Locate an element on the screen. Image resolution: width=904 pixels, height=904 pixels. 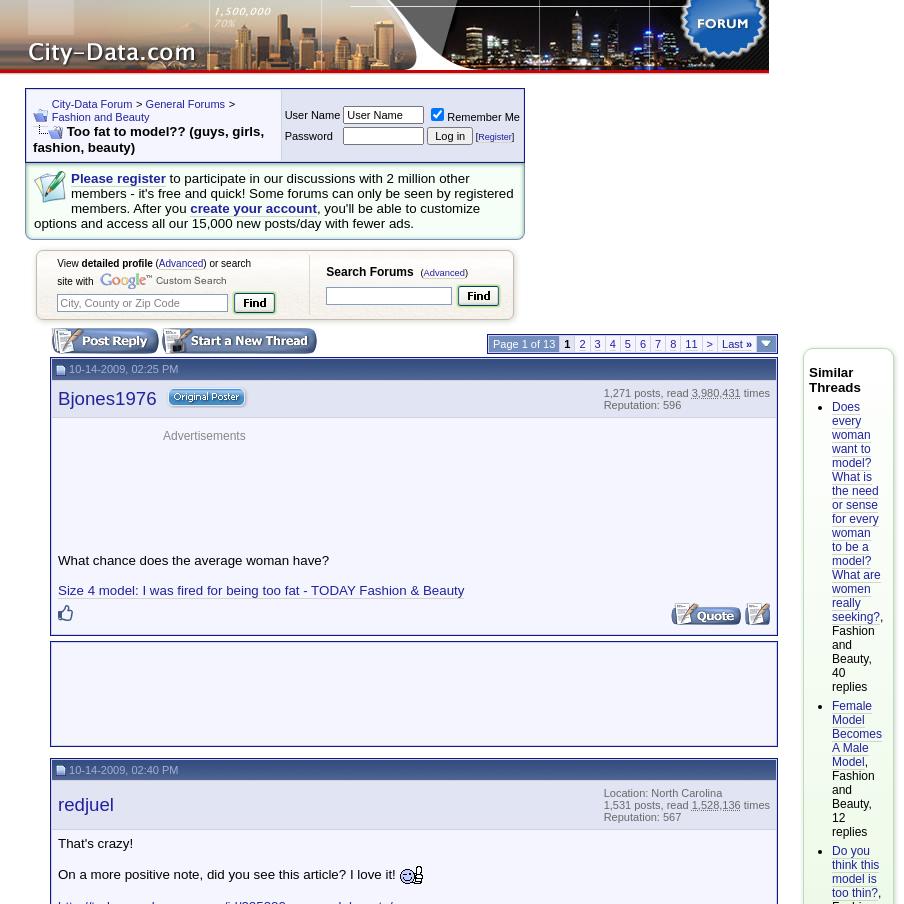
'Last' is located at coordinates (732, 341).